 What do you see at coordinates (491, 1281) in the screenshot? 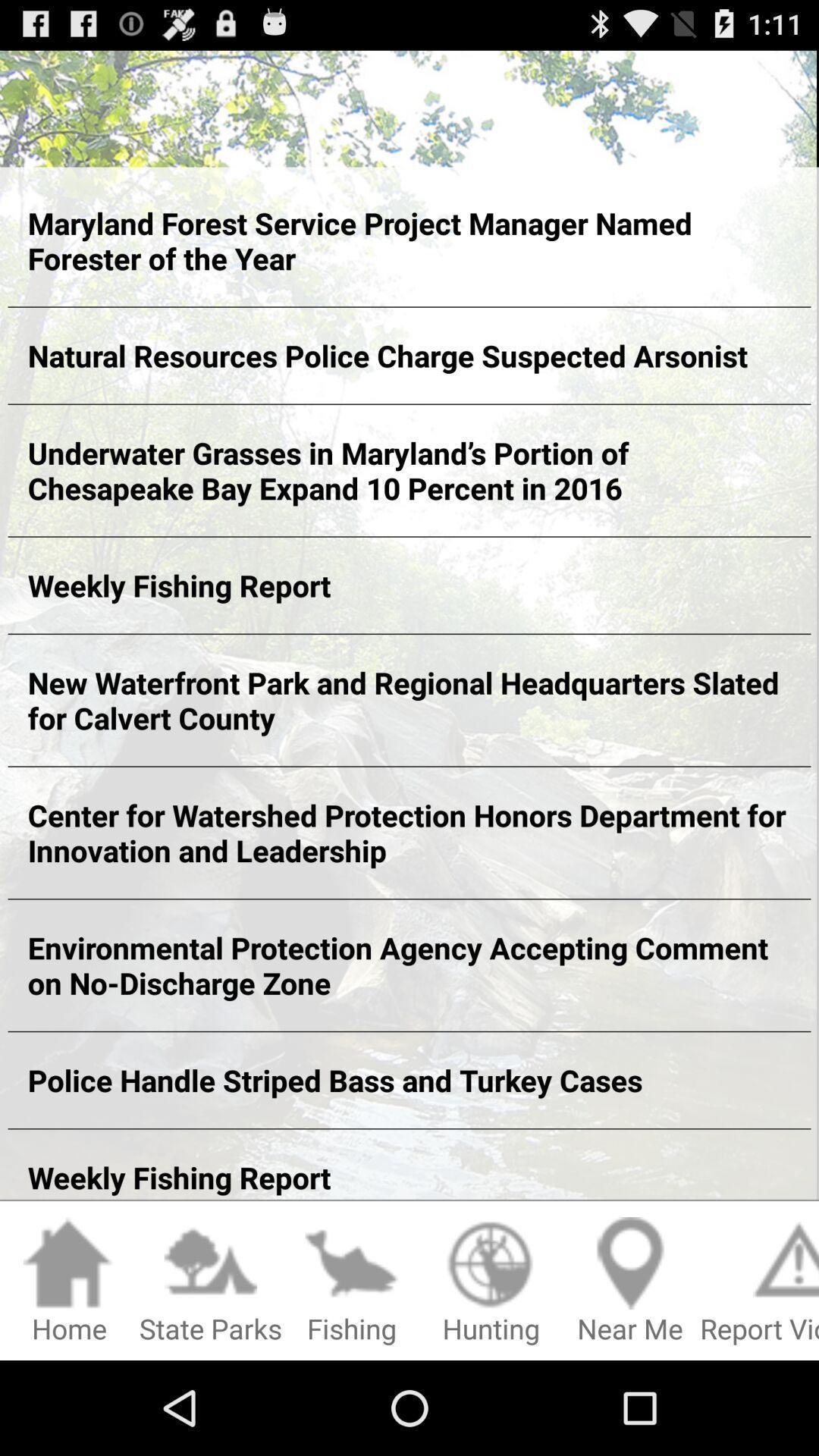
I see `app below weekly fishing report icon` at bounding box center [491, 1281].